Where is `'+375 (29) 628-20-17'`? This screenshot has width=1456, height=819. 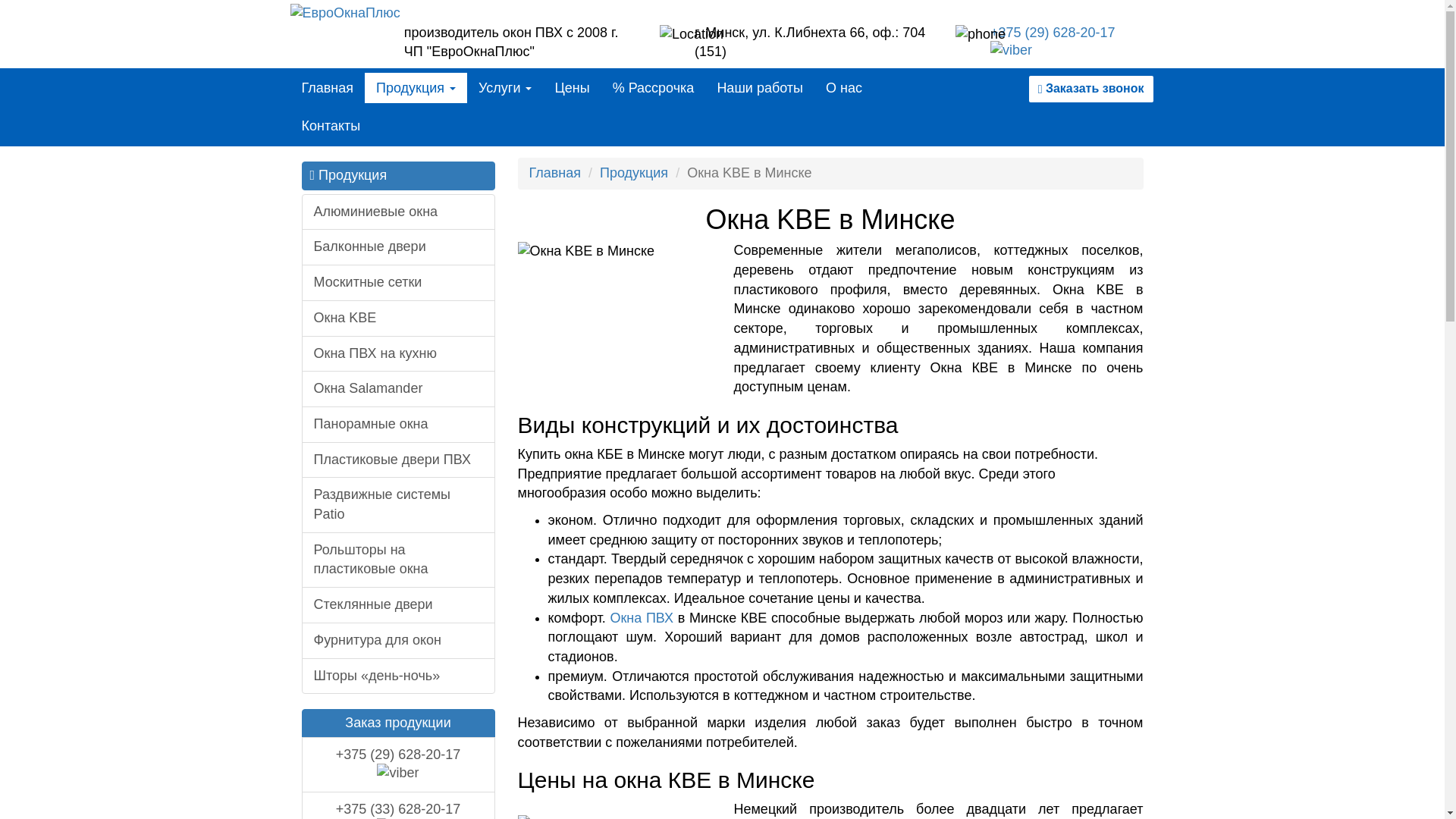
'+375 (29) 628-20-17' is located at coordinates (1052, 42).